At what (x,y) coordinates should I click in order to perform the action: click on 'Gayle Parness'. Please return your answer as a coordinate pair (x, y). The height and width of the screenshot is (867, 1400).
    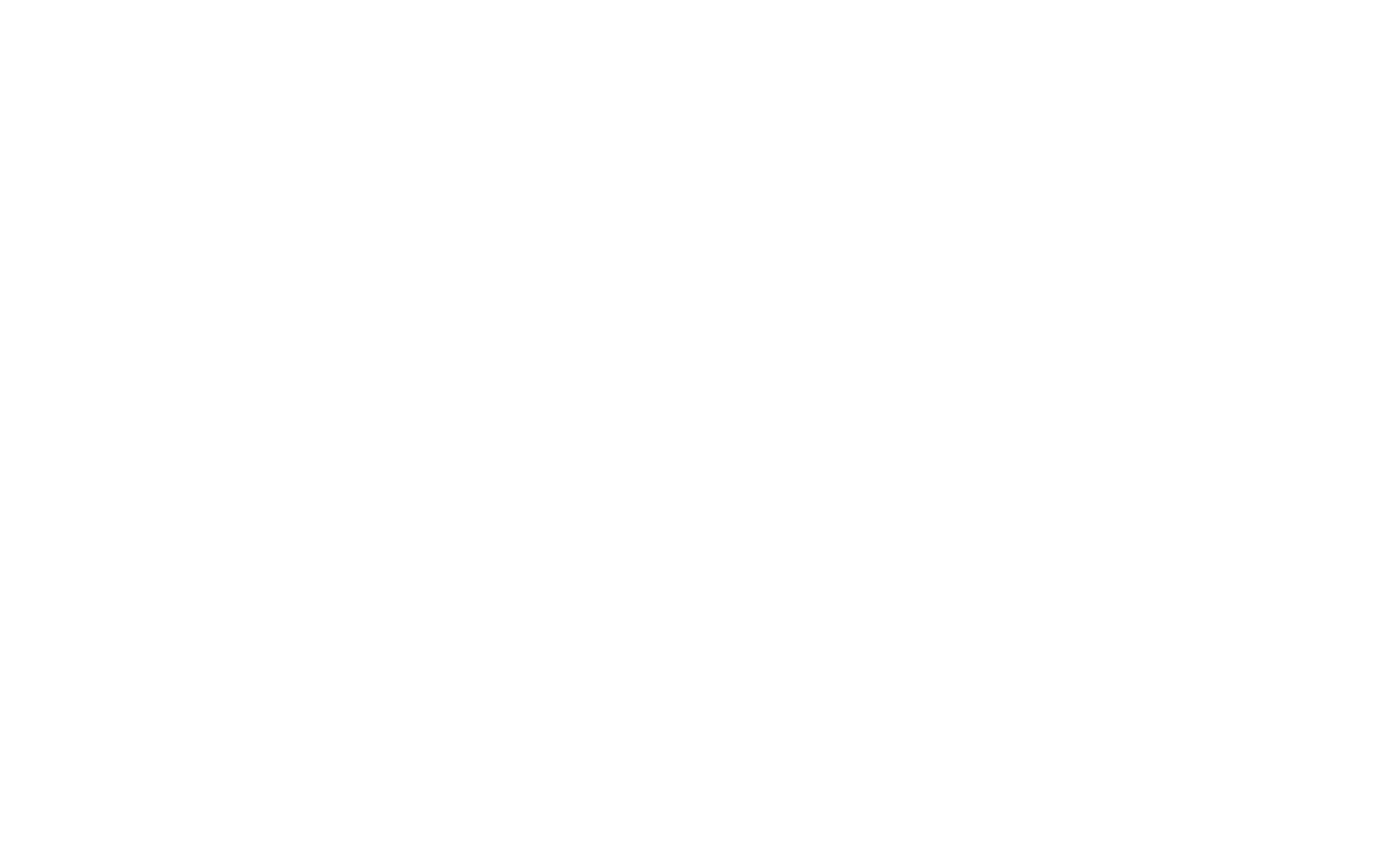
    Looking at the image, I should click on (336, 414).